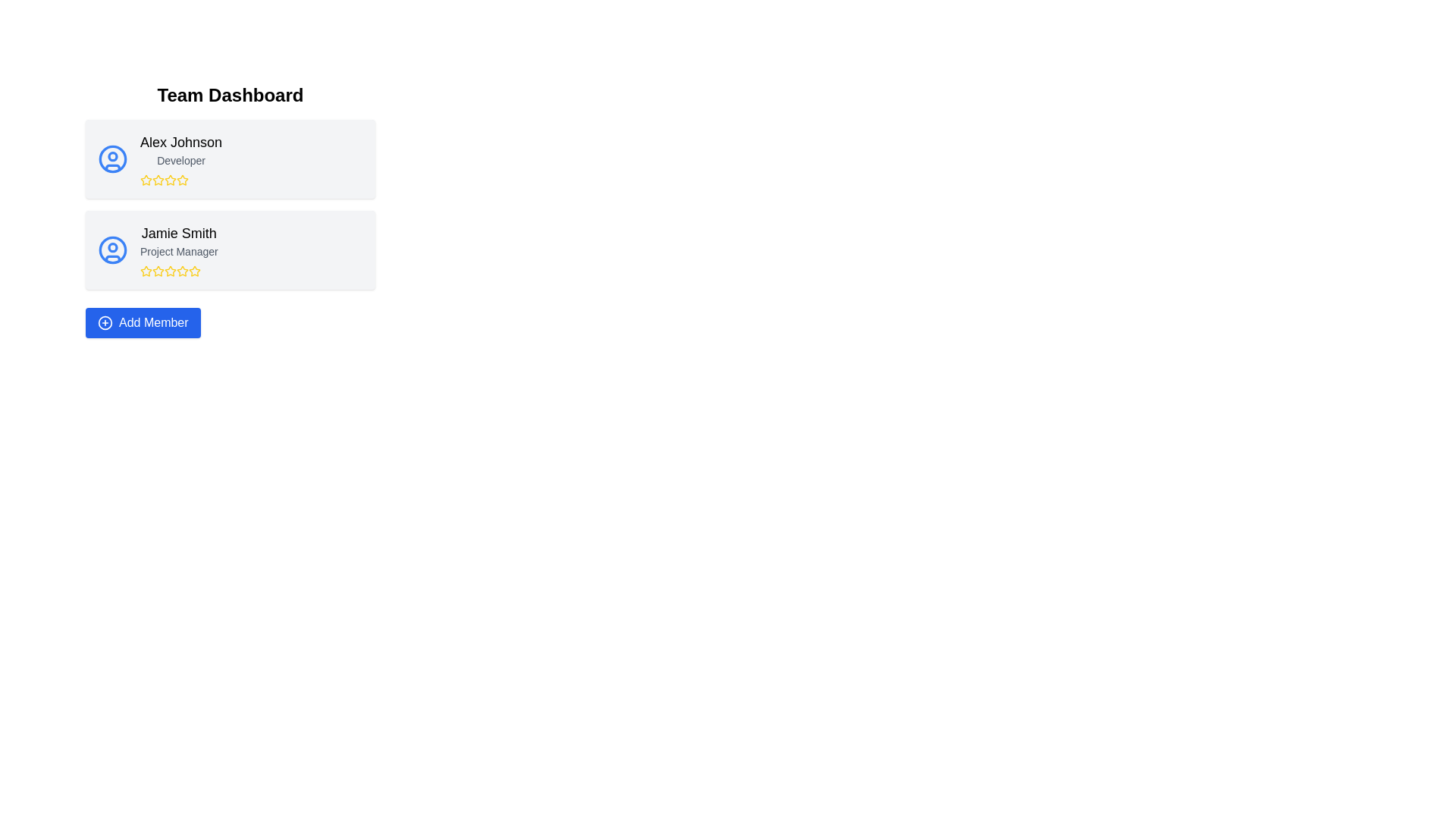  Describe the element at coordinates (181, 161) in the screenshot. I see `the text label displaying 'Developer' which is located below the name 'Alex Johnson' in a small gray font` at that location.